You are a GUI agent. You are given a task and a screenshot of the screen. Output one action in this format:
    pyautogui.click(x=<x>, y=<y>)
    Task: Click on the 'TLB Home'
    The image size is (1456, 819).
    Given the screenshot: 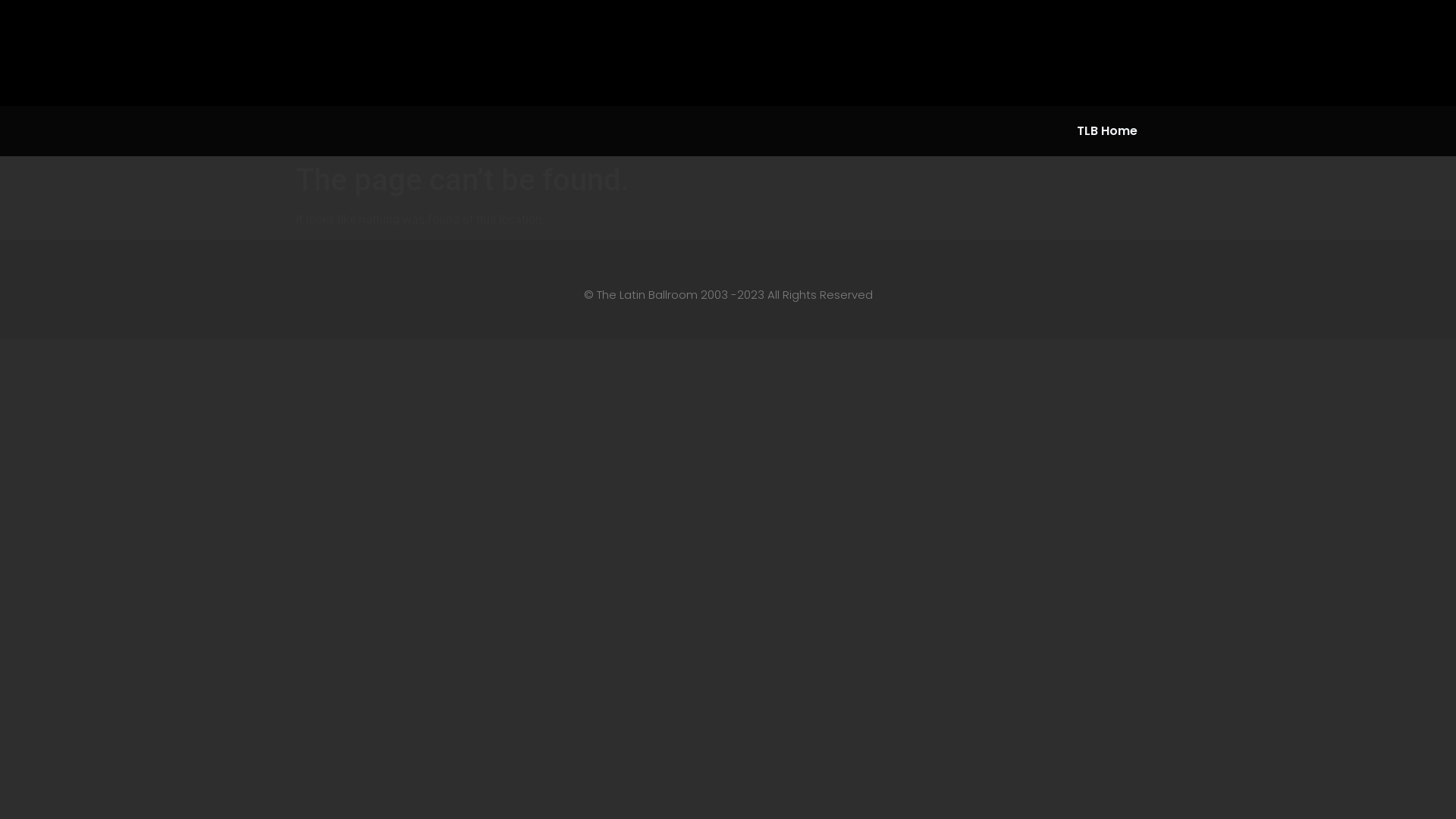 What is the action you would take?
    pyautogui.click(x=1106, y=130)
    